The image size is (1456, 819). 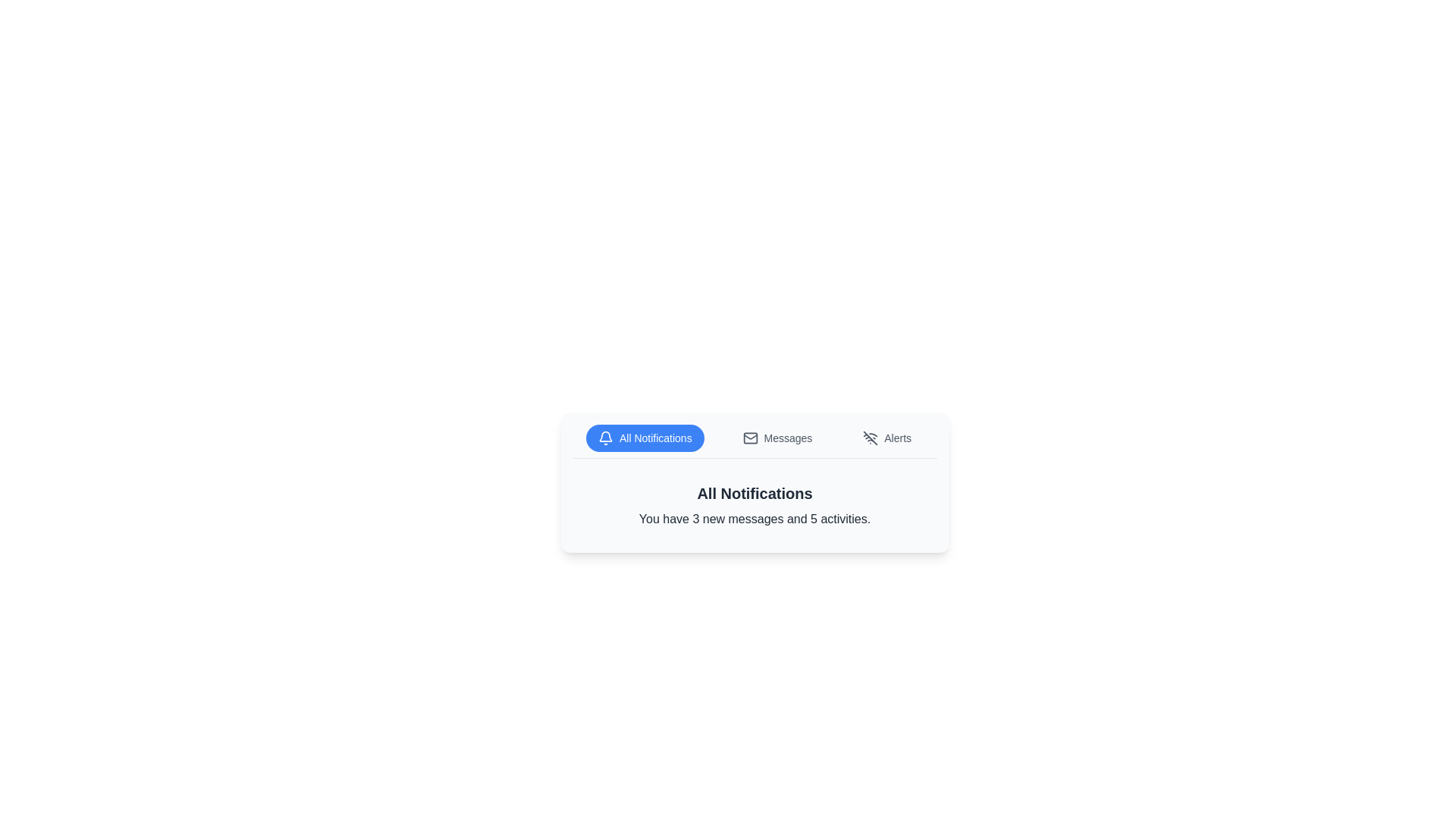 What do you see at coordinates (887, 438) in the screenshot?
I see `the 'Alerts' button` at bounding box center [887, 438].